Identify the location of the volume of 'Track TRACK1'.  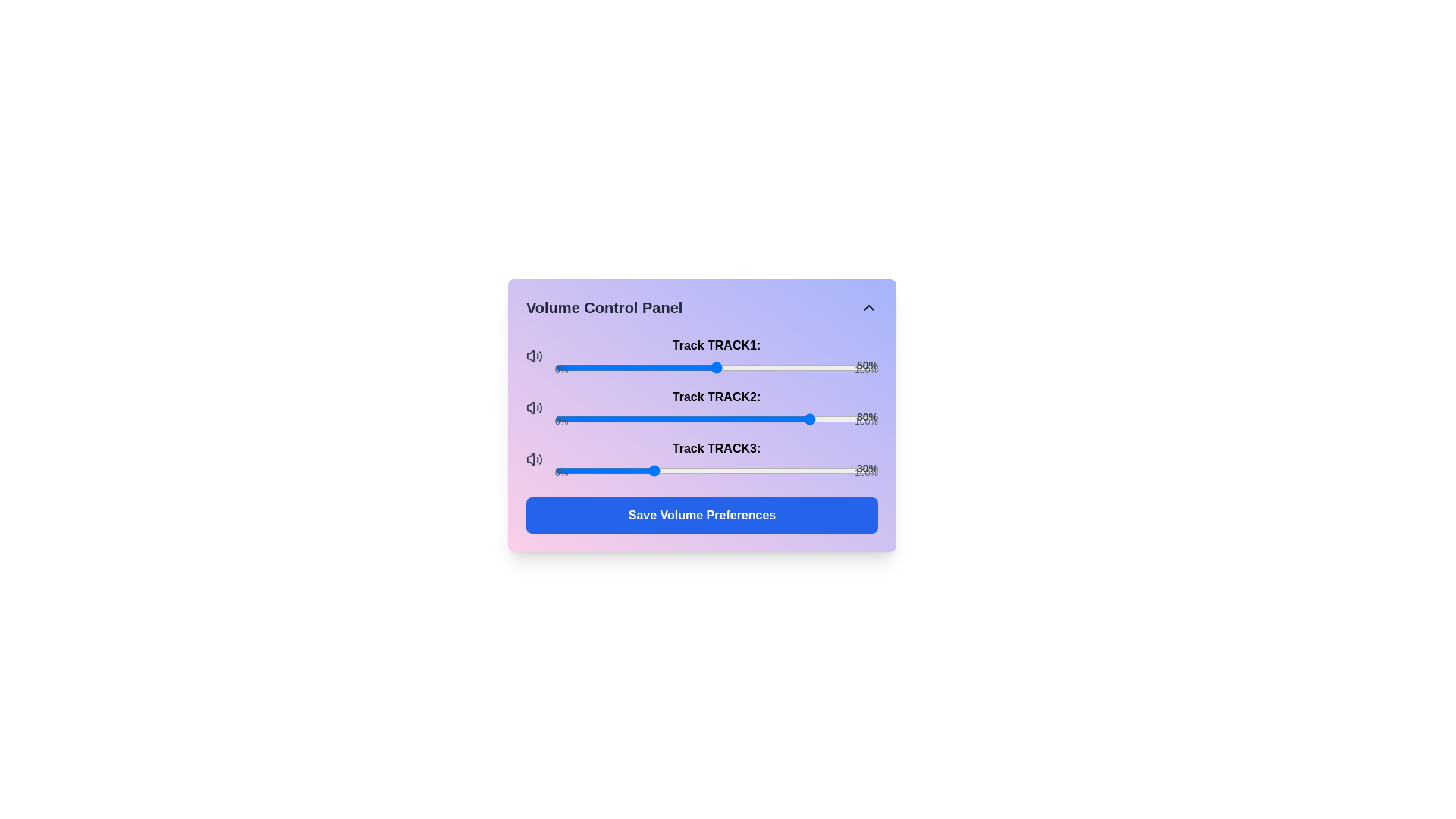
(706, 368).